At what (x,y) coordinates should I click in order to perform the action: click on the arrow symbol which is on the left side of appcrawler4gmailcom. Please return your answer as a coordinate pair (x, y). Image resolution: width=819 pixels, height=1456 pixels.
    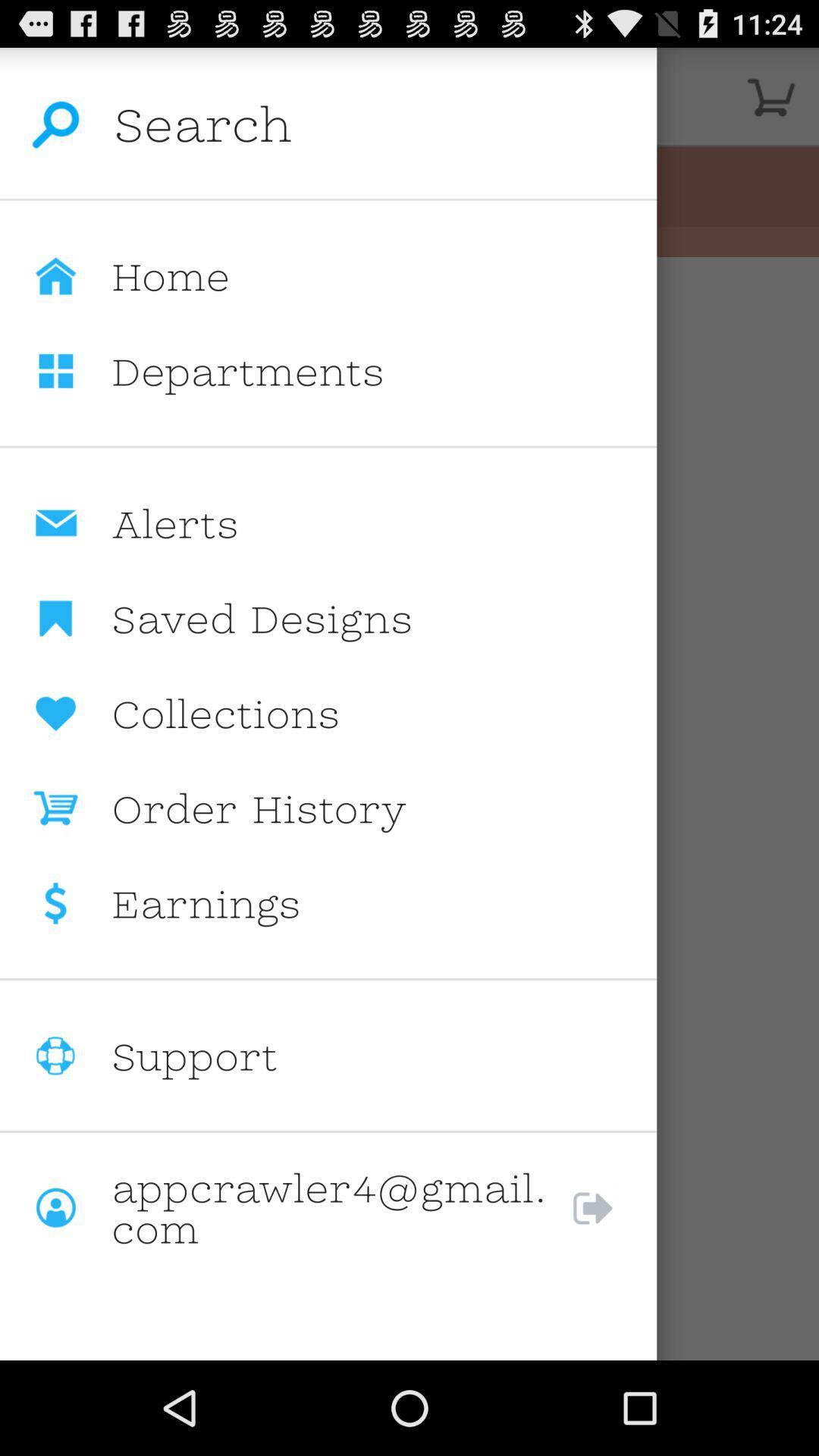
    Looking at the image, I should click on (607, 1207).